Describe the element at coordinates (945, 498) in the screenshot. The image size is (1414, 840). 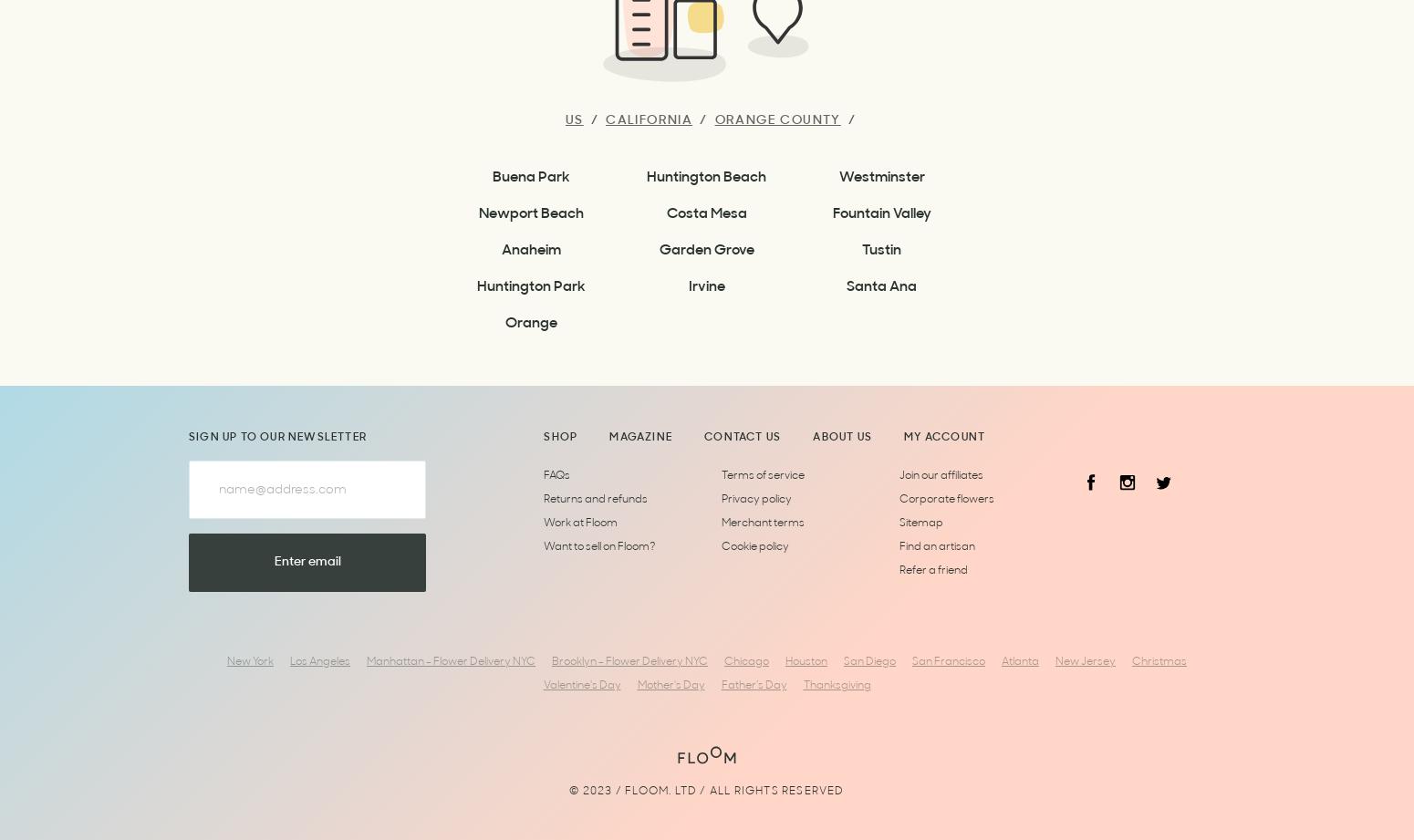
I see `'Corporate flowers'` at that location.